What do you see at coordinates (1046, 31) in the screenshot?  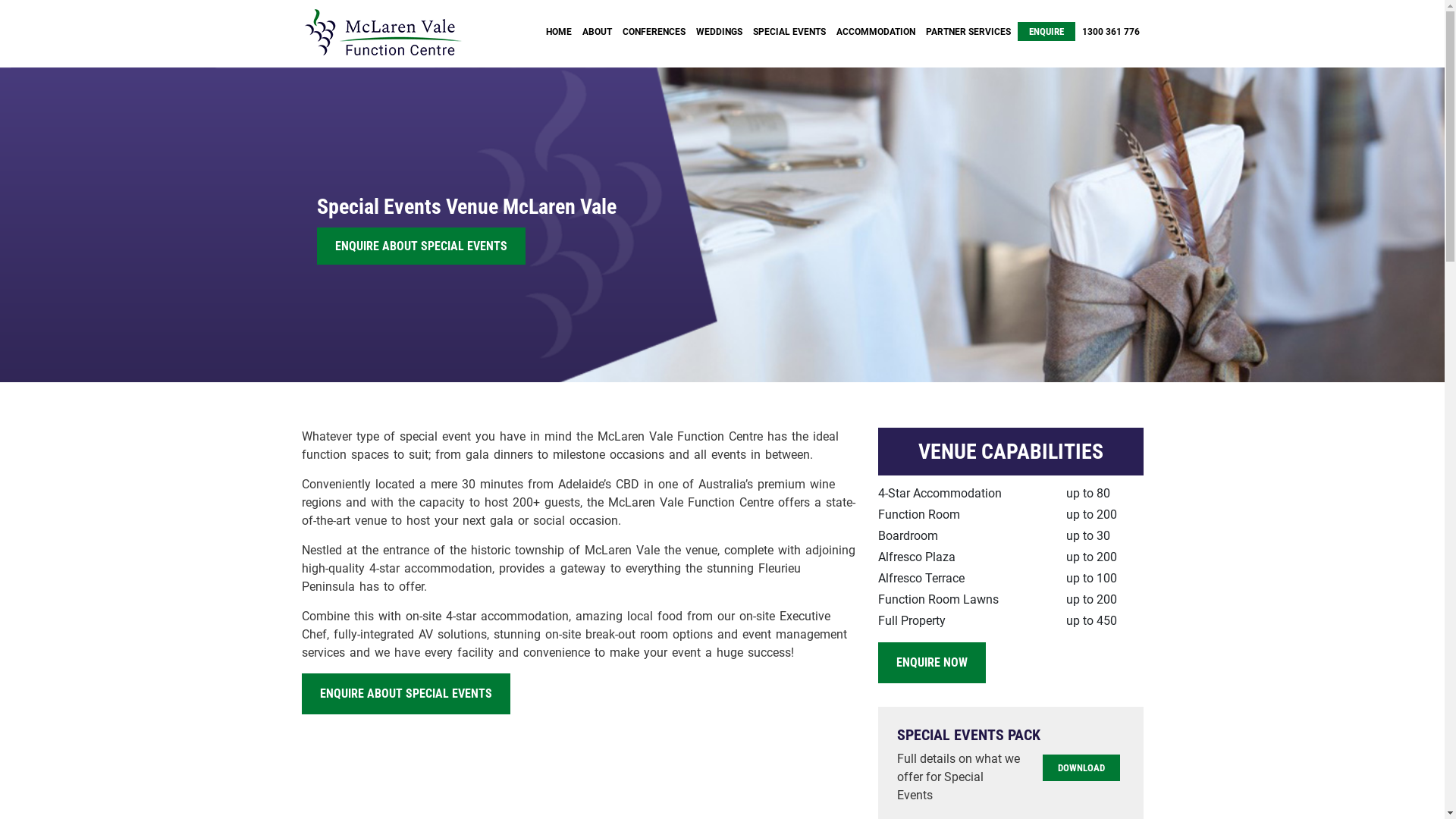 I see `'ENQUIRE'` at bounding box center [1046, 31].